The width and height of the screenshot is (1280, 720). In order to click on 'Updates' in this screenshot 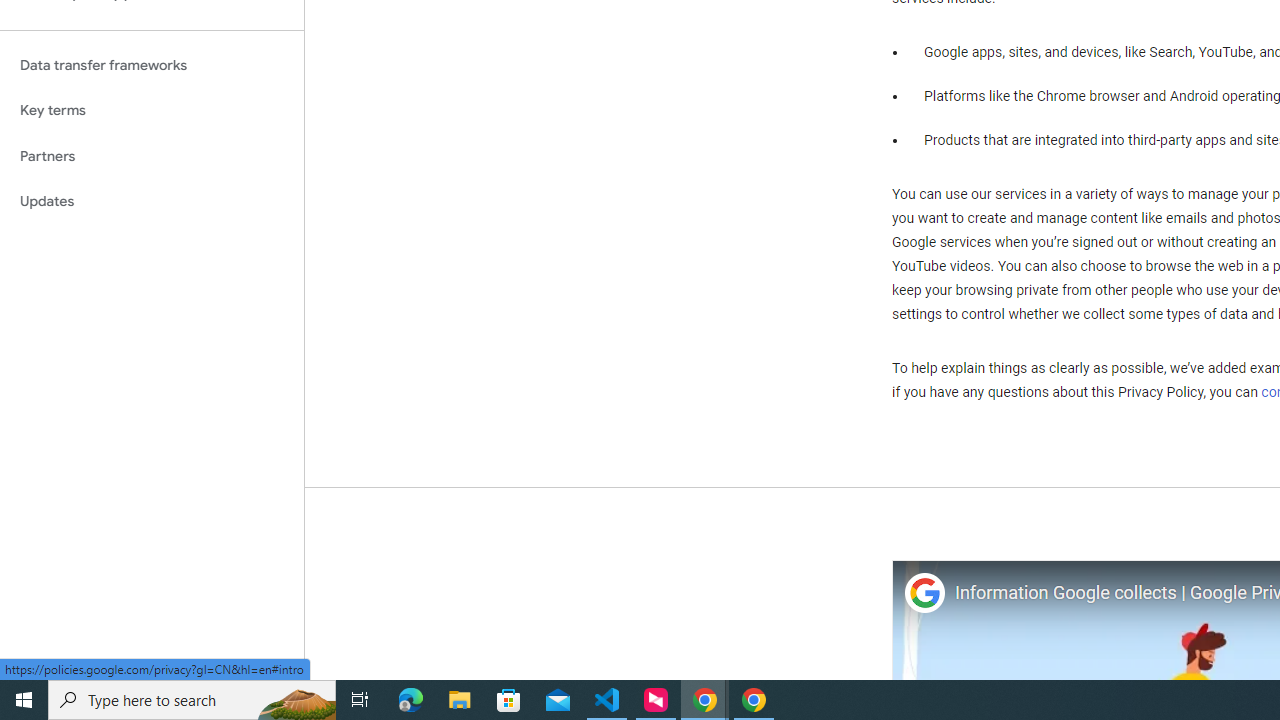, I will do `click(151, 201)`.